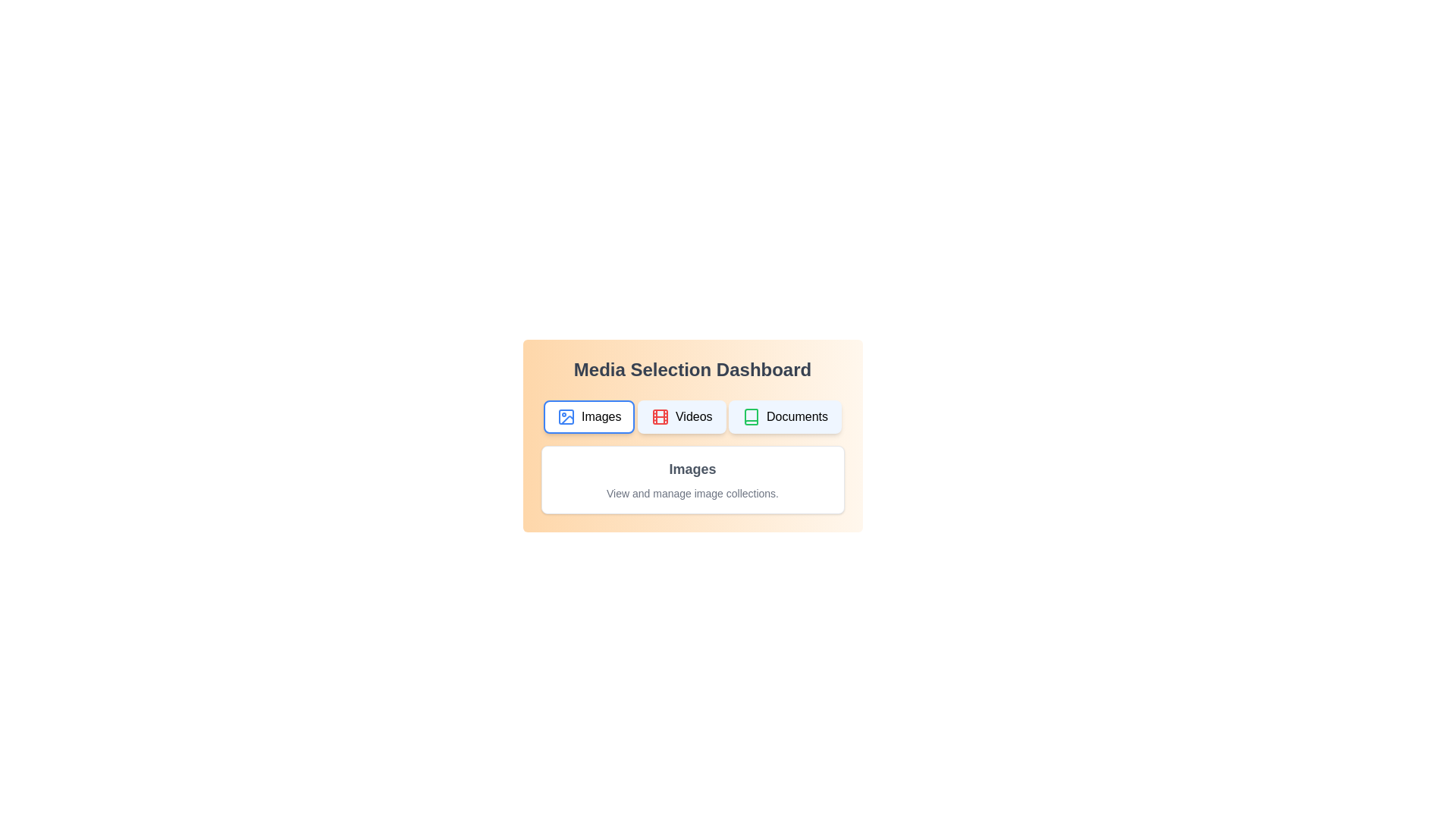  I want to click on the button that navigates to the document management section, located to the right of the 'Videos' button, for visual feedback, so click(785, 417).